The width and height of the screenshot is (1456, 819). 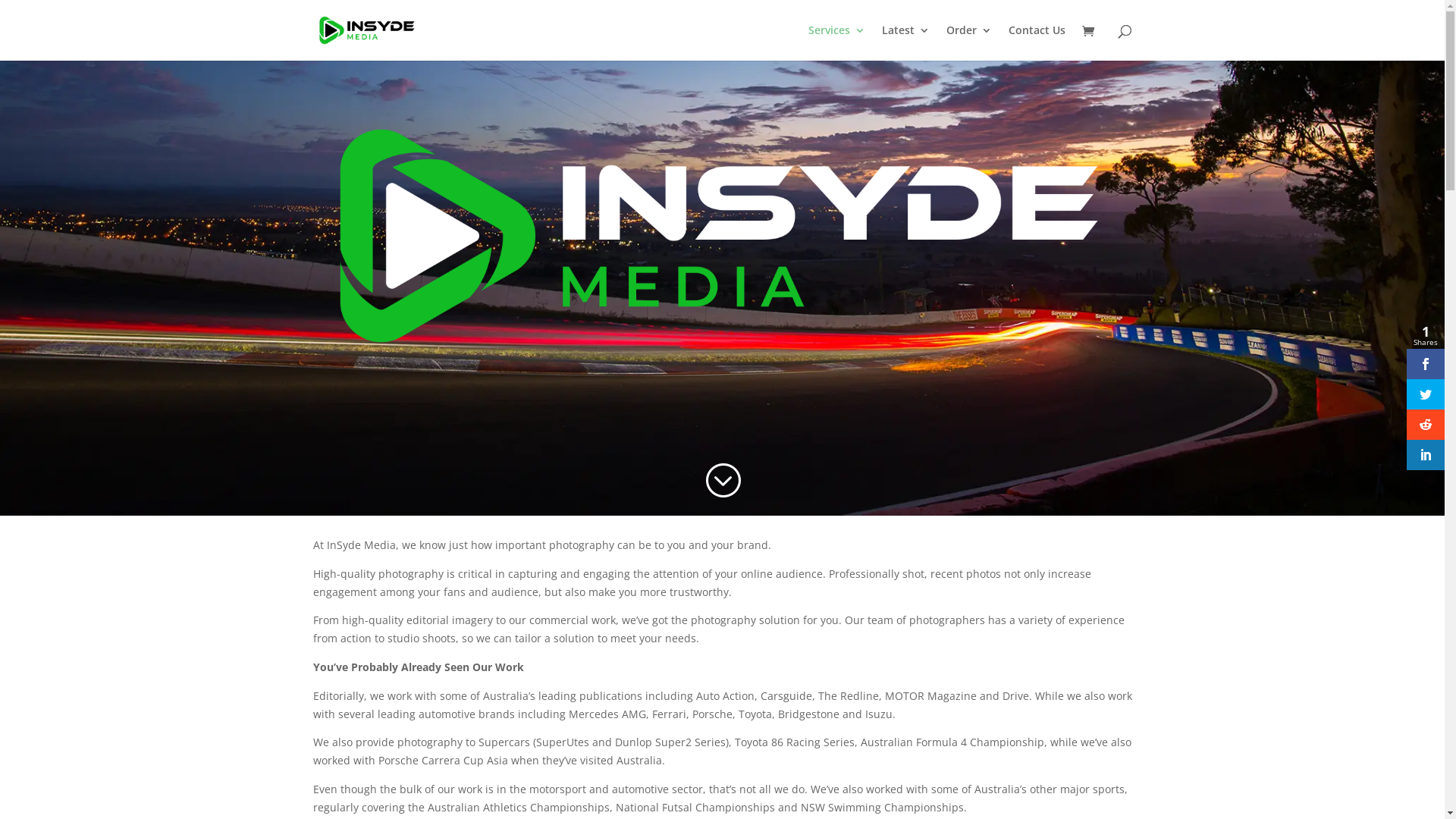 I want to click on 'Contact Us', so click(x=1036, y=42).